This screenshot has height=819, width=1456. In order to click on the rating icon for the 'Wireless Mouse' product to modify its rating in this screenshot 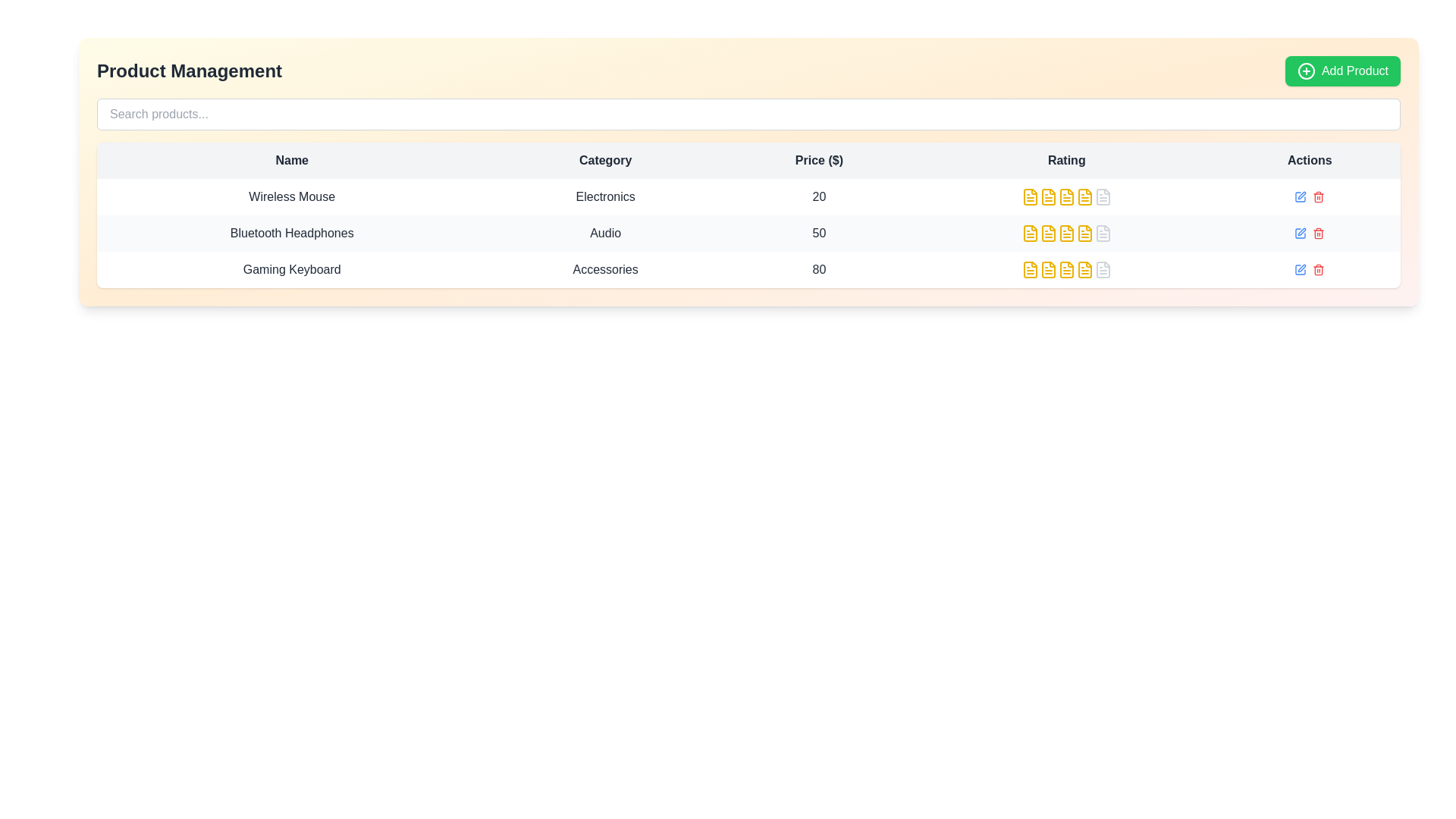, I will do `click(1065, 196)`.